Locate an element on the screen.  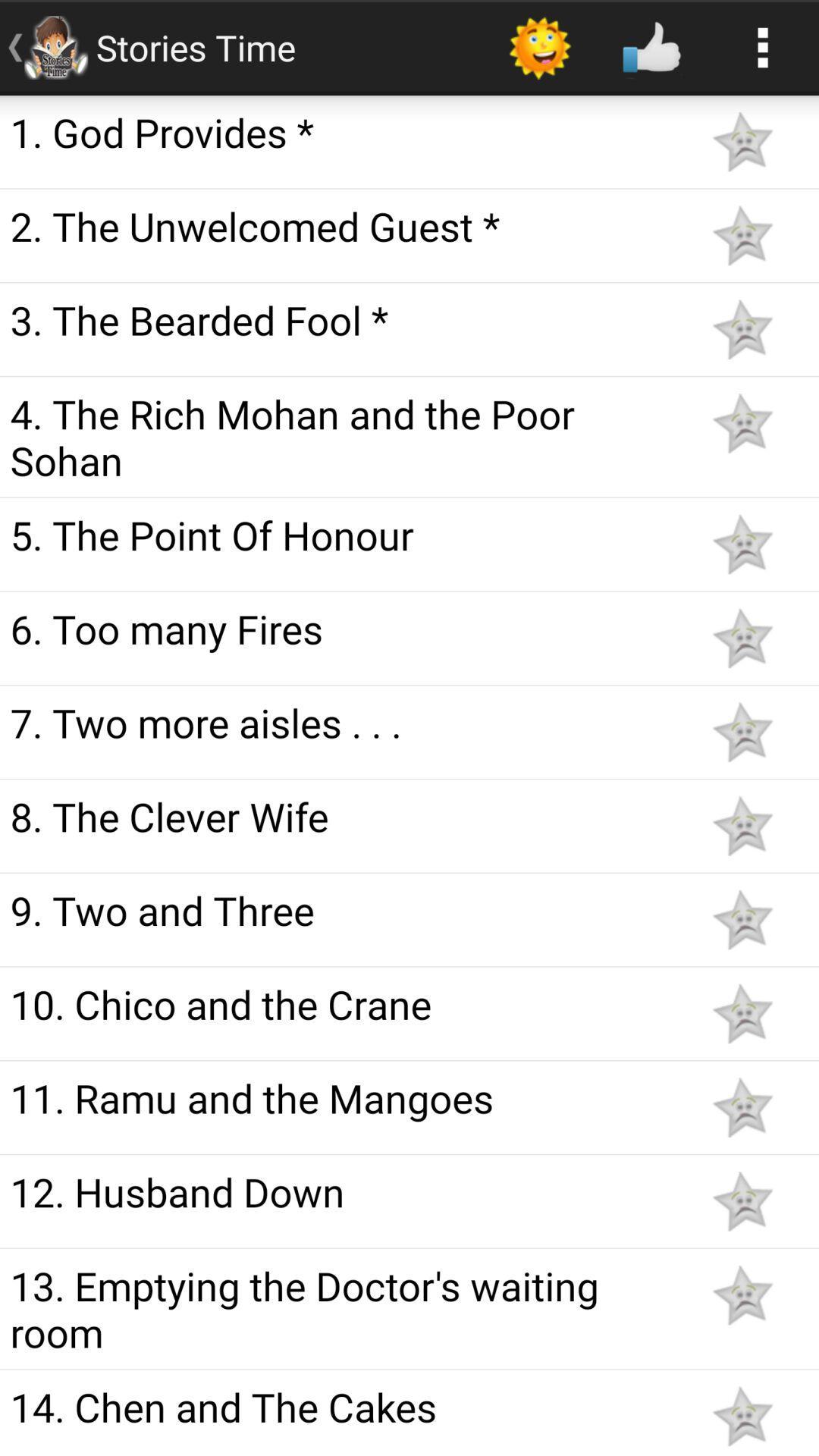
6 too many is located at coordinates (343, 629).